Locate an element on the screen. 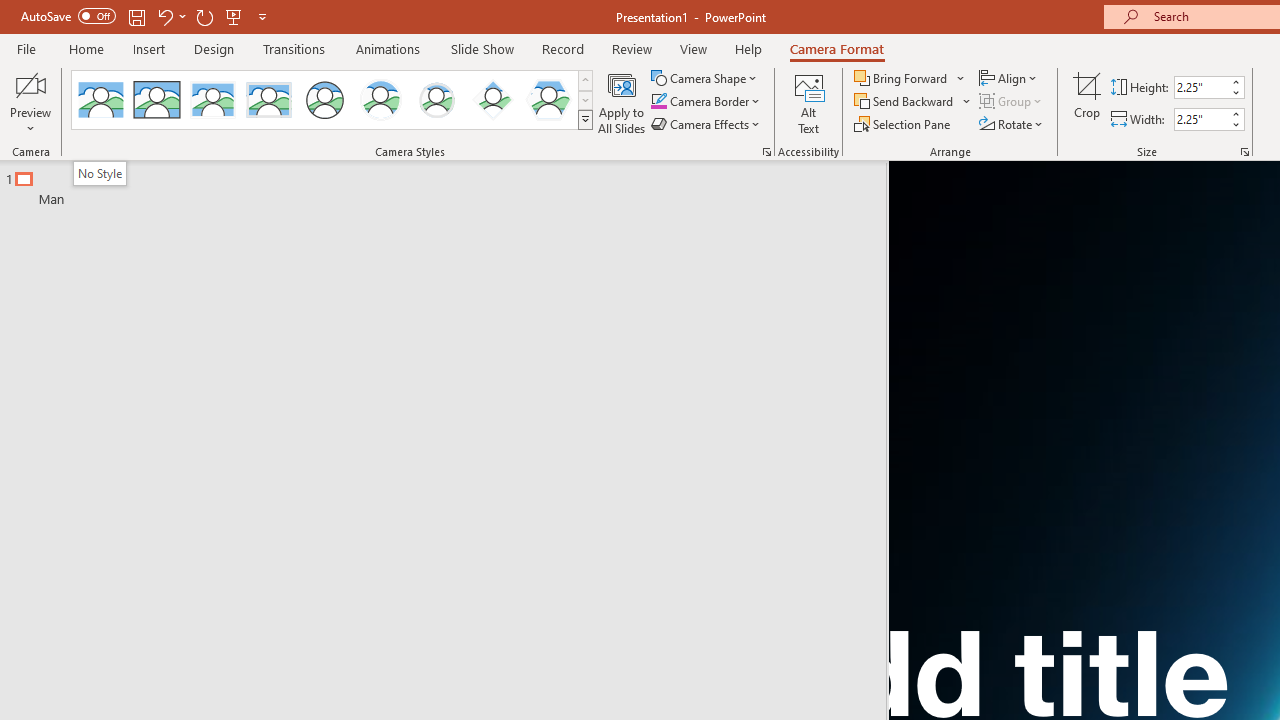  'Soft Edge Rectangle' is located at coordinates (267, 100).